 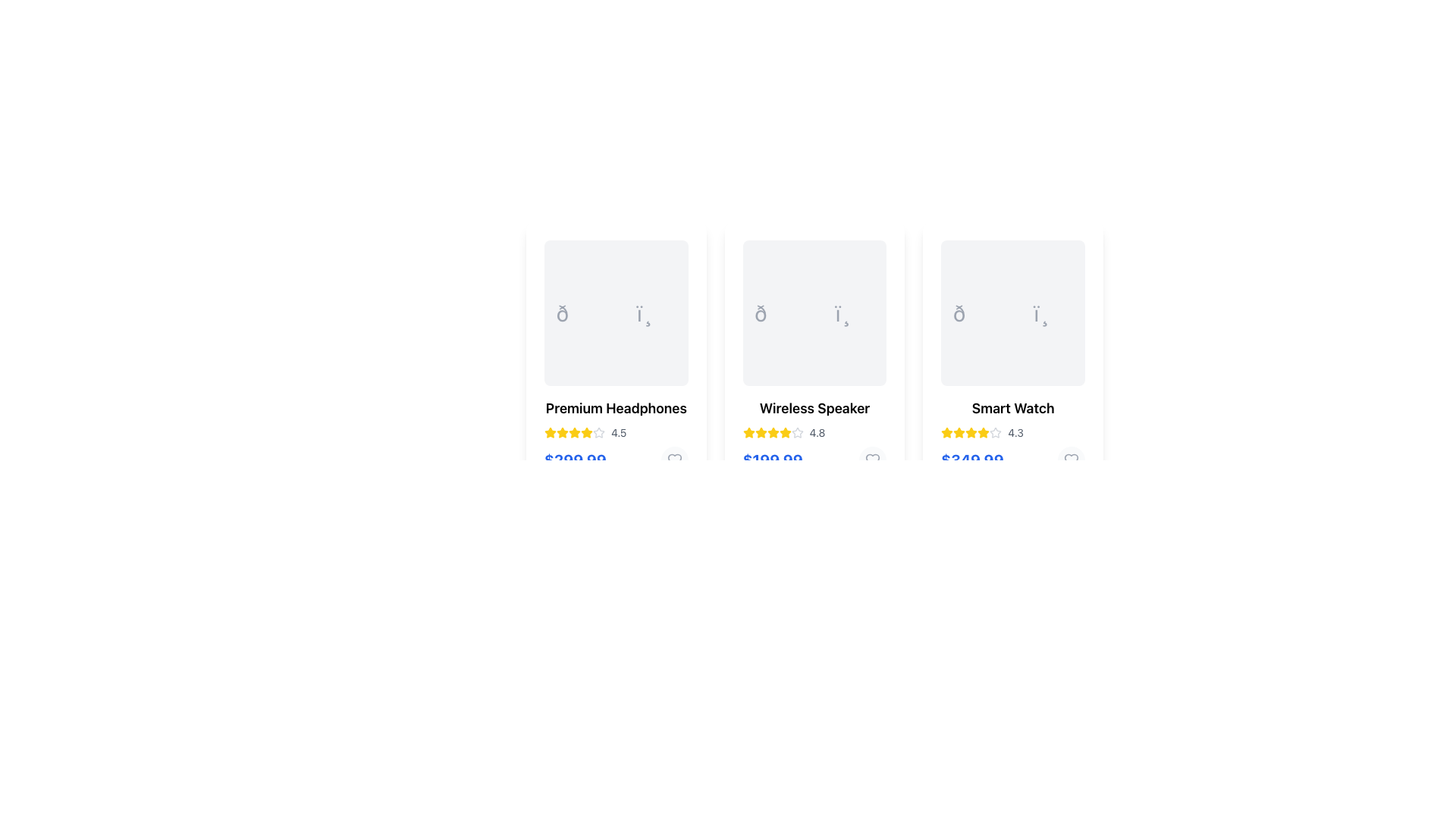 I want to click on the heart-shaped icon, so click(x=1070, y=459).